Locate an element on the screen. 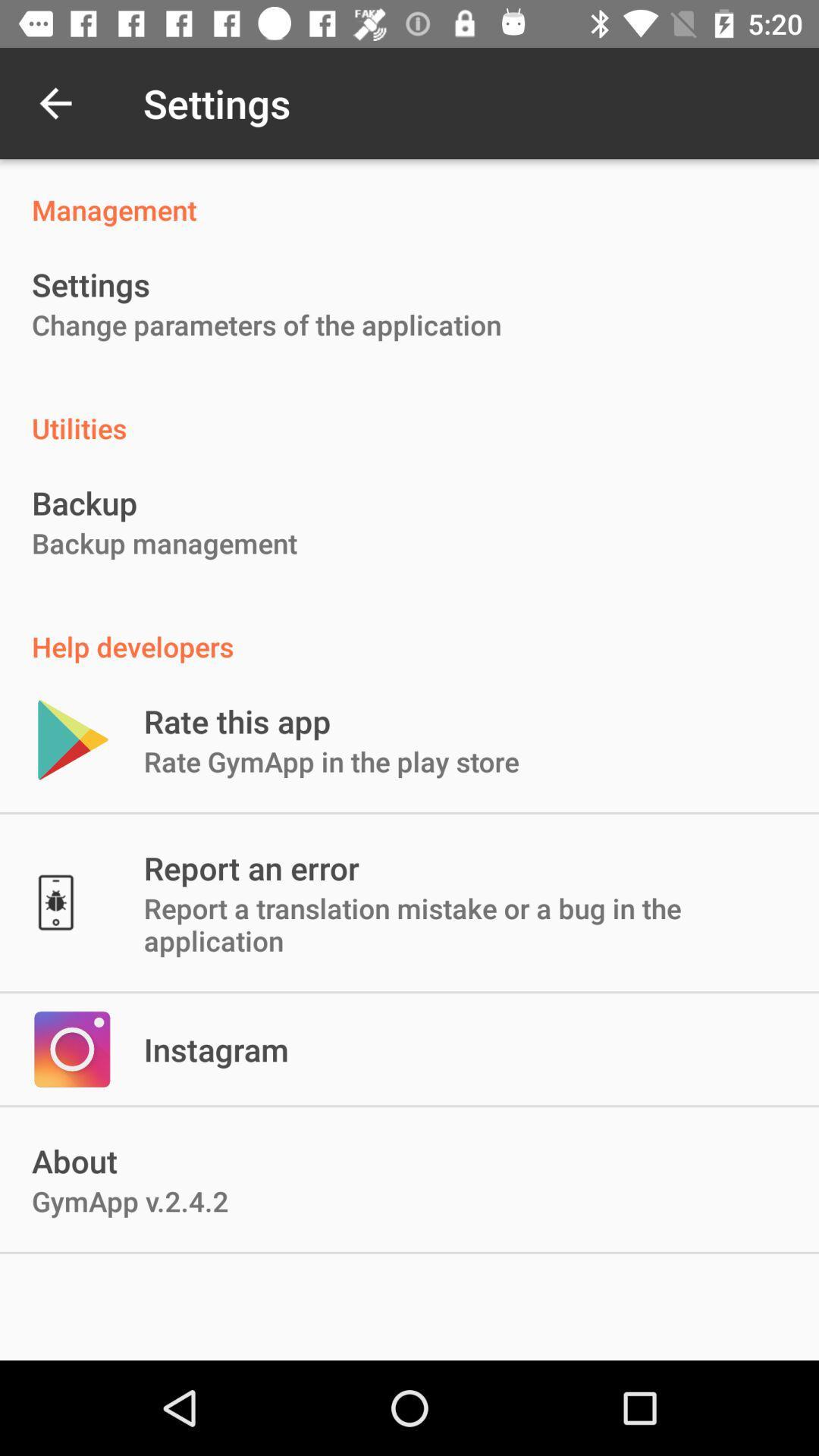 This screenshot has width=819, height=1456. about is located at coordinates (74, 1159).